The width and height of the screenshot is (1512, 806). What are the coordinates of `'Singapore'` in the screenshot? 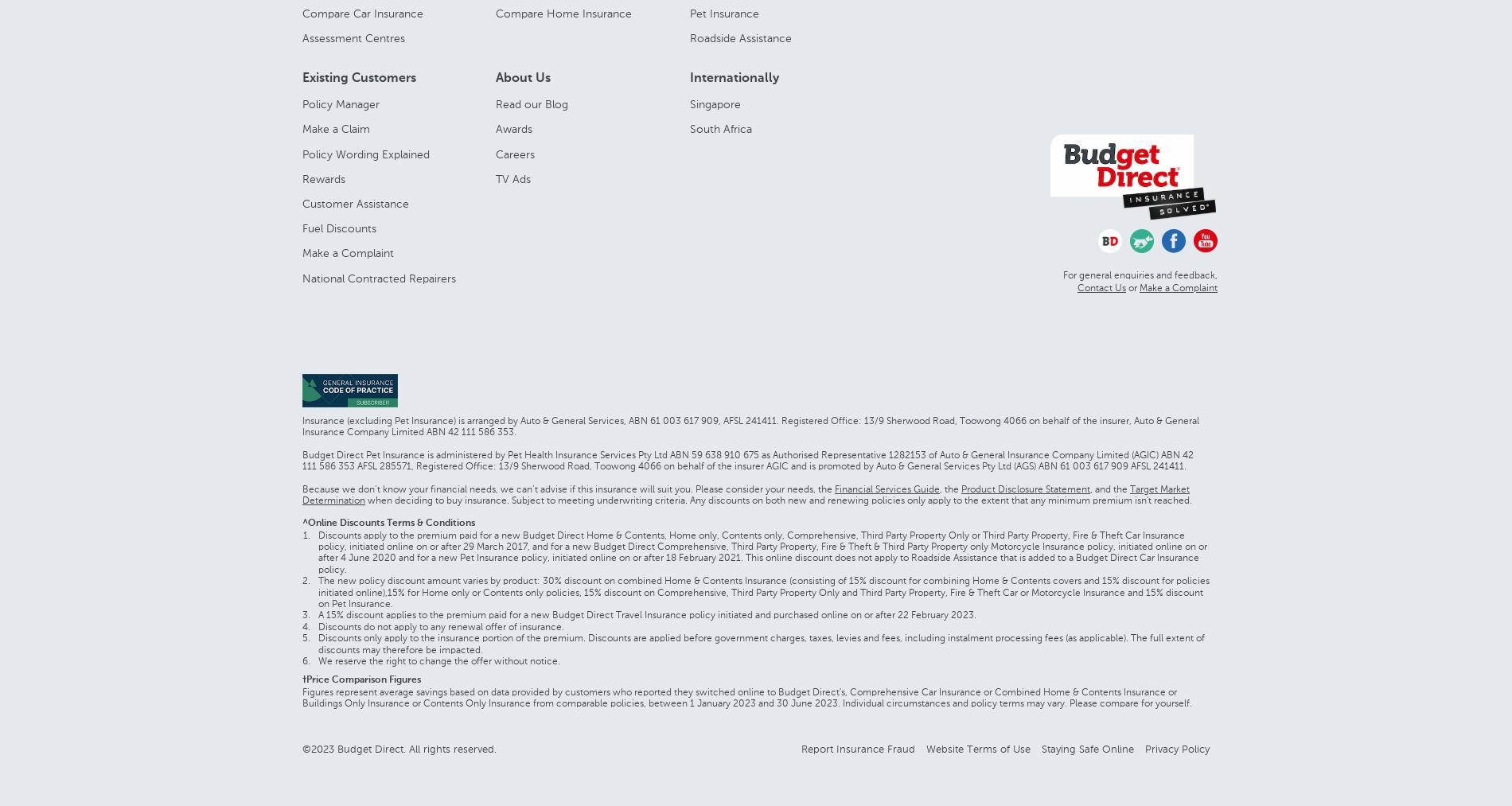 It's located at (713, 104).